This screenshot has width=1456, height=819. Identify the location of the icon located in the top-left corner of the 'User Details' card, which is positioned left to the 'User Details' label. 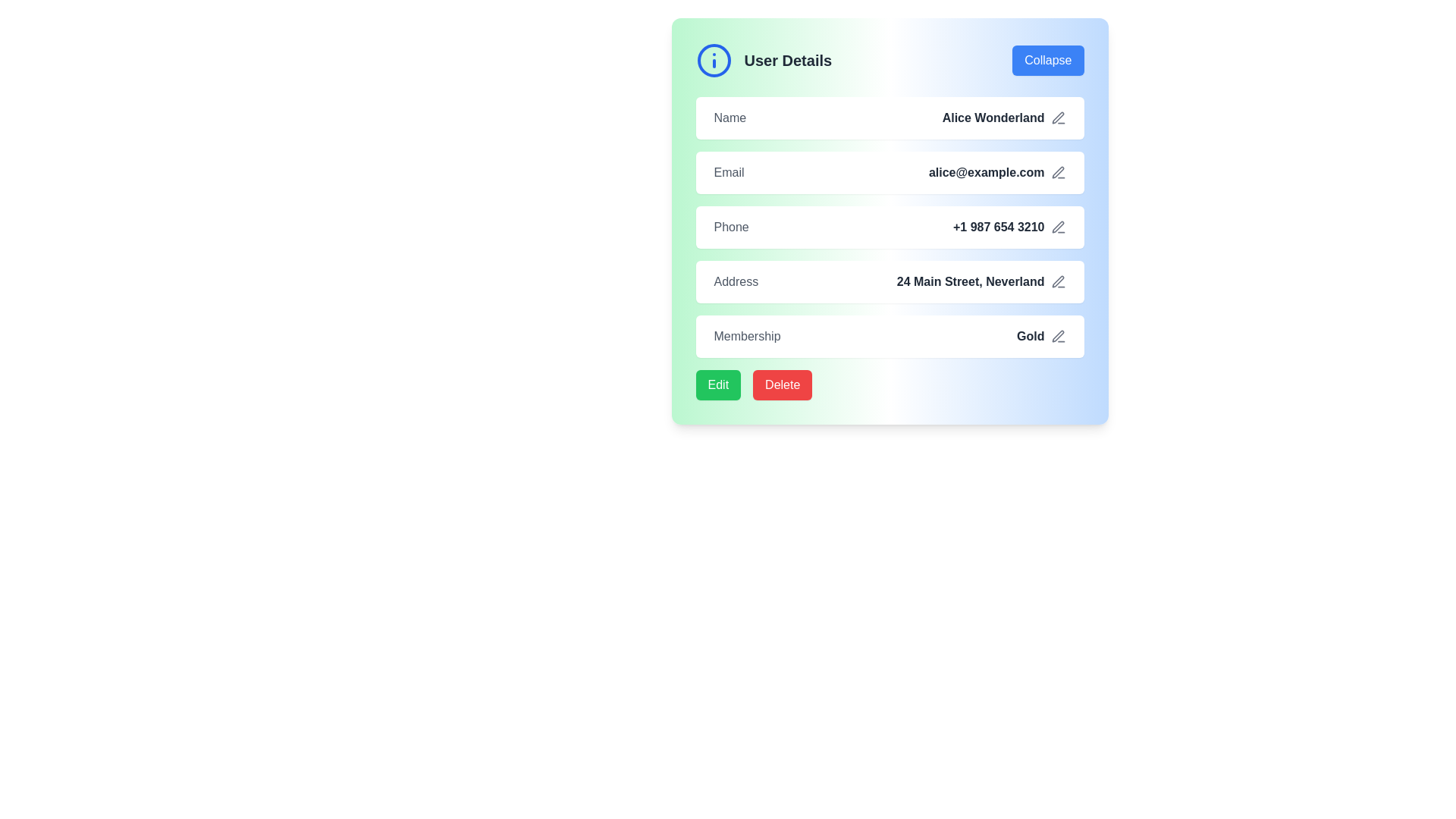
(713, 60).